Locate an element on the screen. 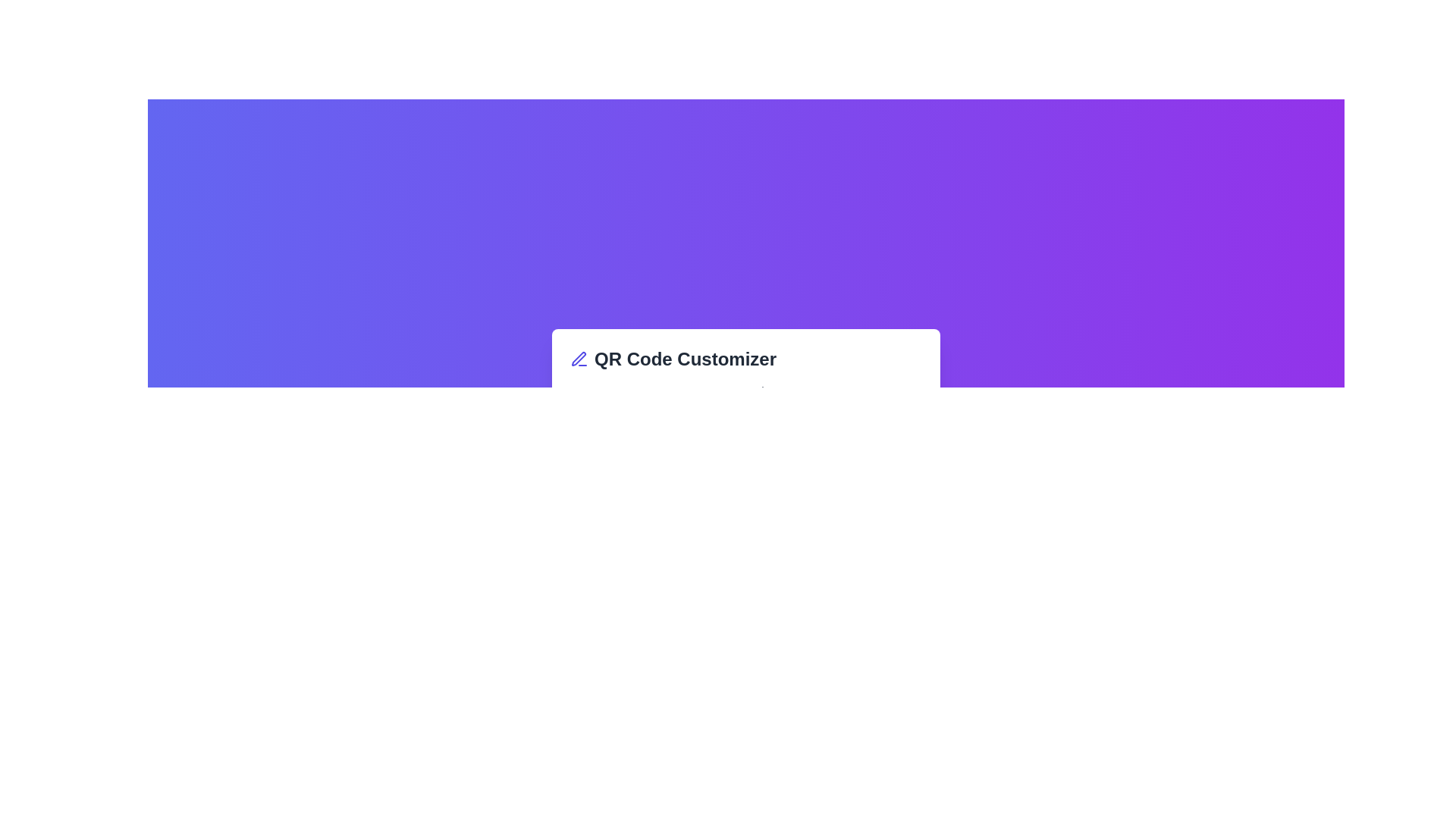 The height and width of the screenshot is (819, 1456). the pen-shaped icon located to the left of the 'QR Code Customizer' text in the title section is located at coordinates (578, 359).